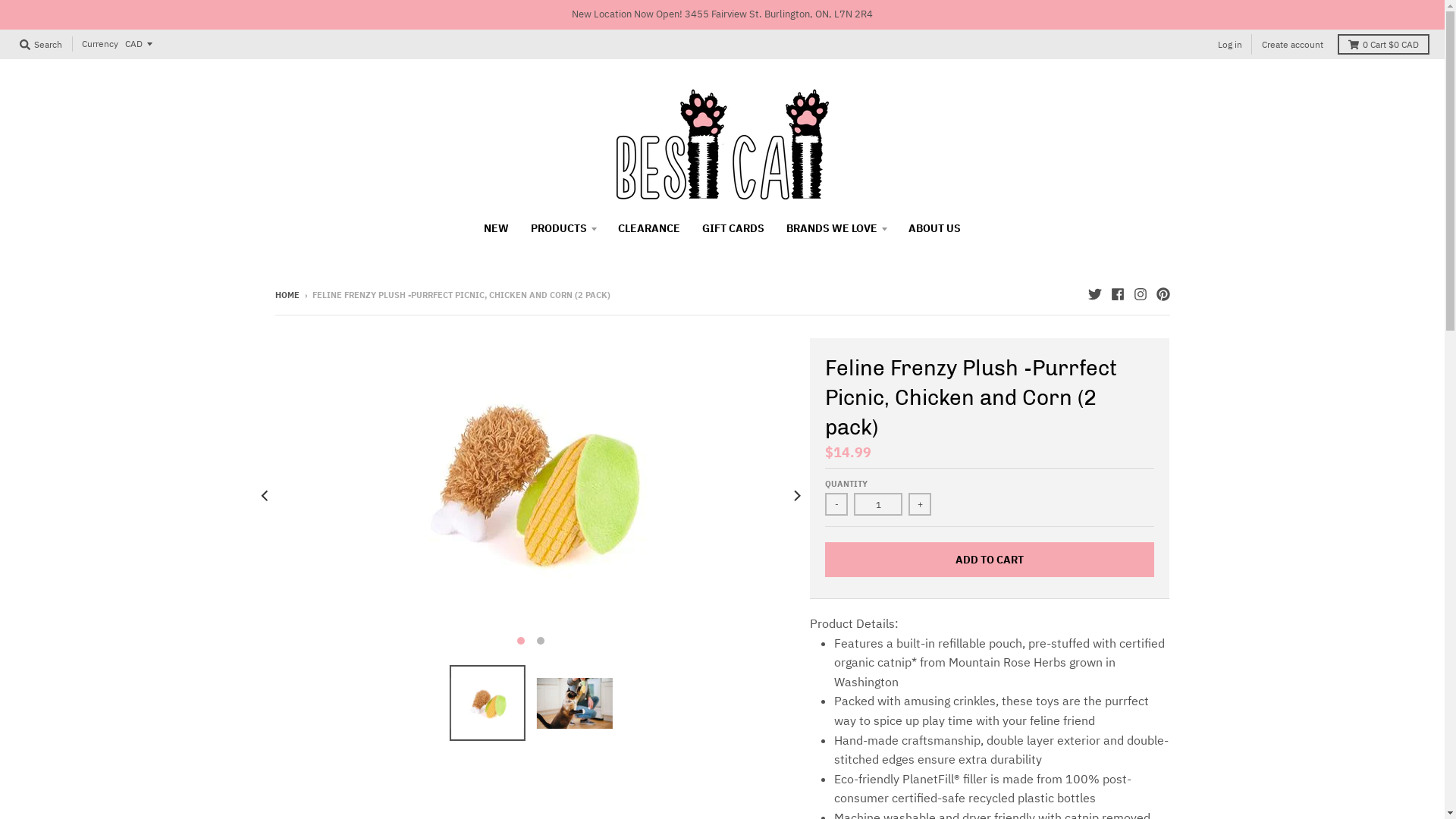 Image resolution: width=1456 pixels, height=819 pixels. I want to click on 'Log in', so click(1230, 43).